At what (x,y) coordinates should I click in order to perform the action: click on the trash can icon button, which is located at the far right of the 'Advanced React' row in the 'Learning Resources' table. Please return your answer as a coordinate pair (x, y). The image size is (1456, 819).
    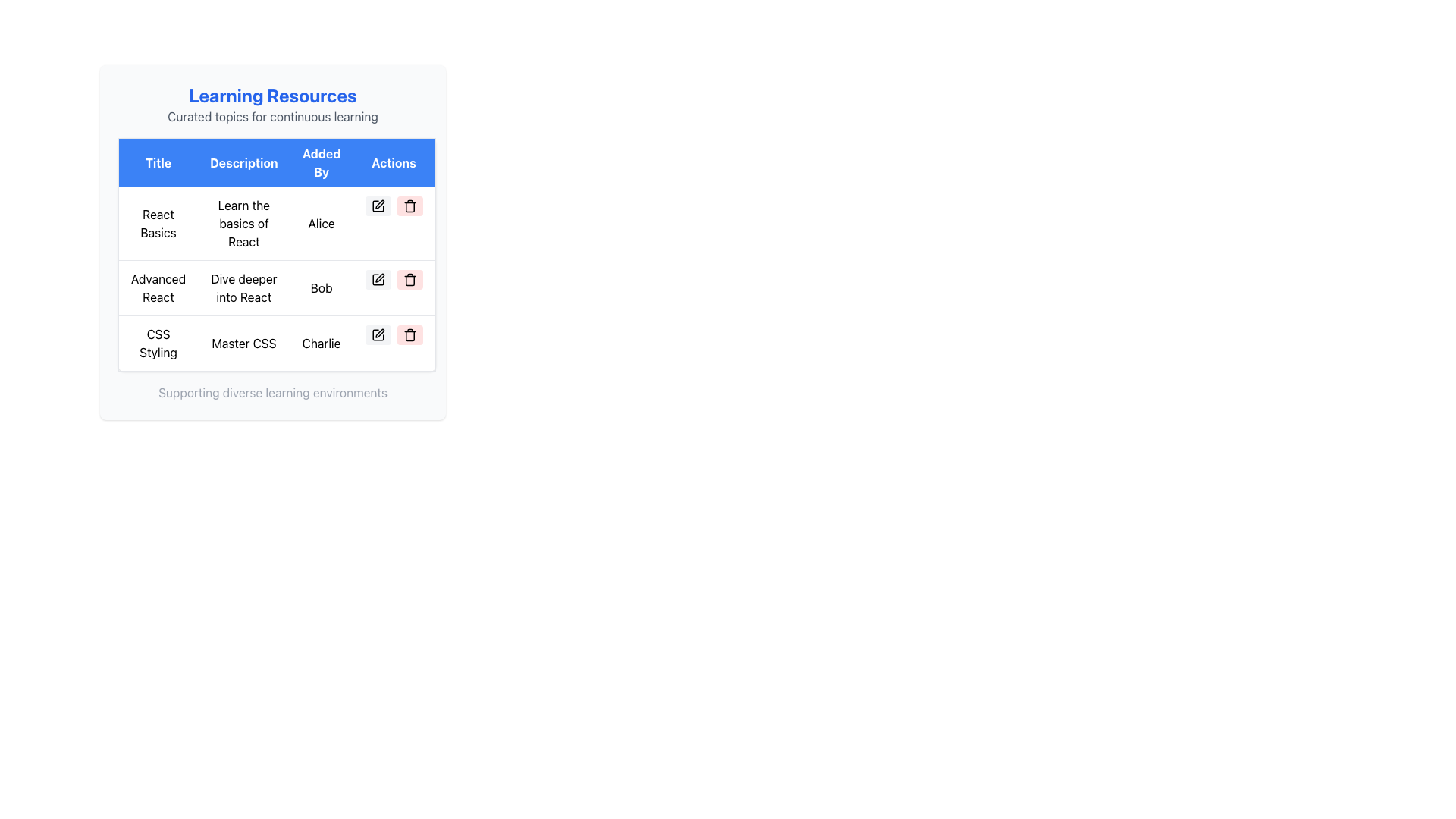
    Looking at the image, I should click on (409, 334).